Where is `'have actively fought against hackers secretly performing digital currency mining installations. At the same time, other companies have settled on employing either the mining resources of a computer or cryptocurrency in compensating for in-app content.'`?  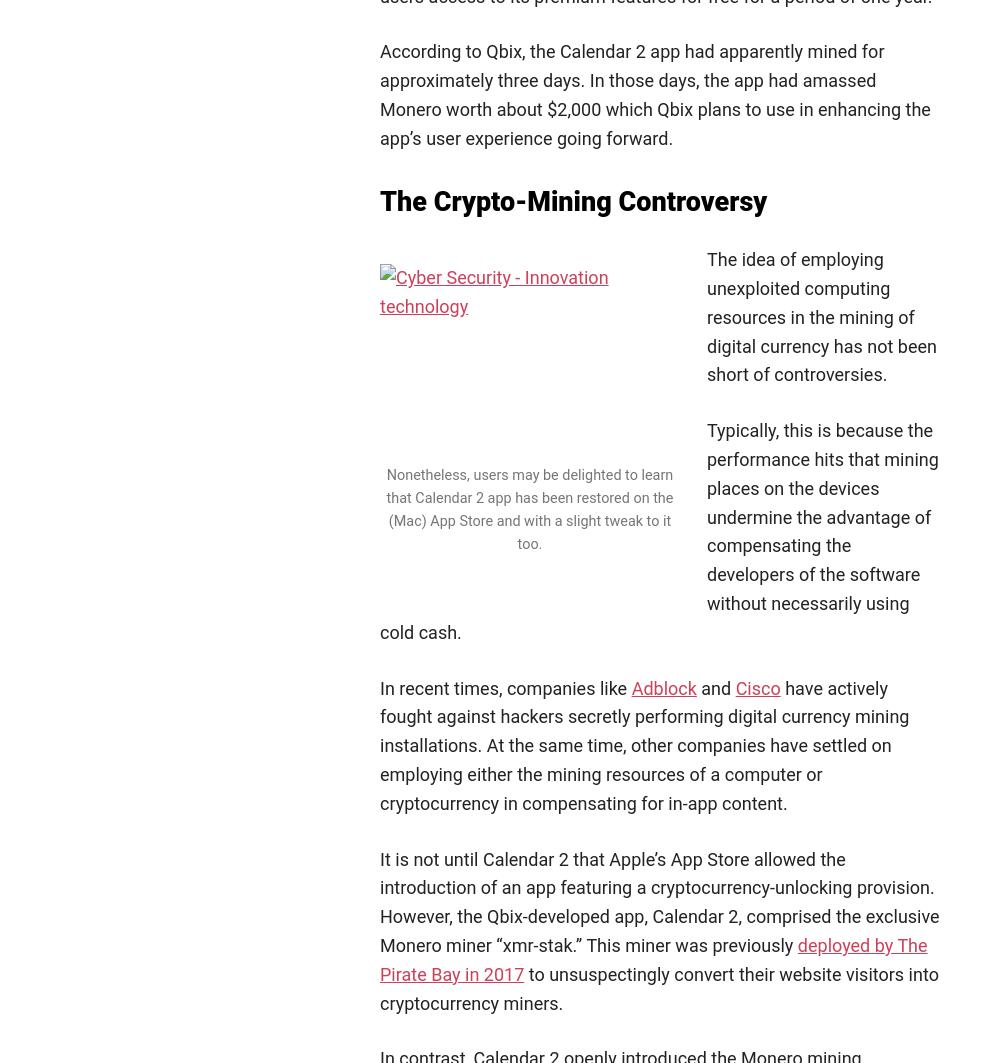 'have actively fought against hackers secretly performing digital currency mining installations. At the same time, other companies have settled on employing either the mining resources of a computer or cryptocurrency in compensating for in-app content.' is located at coordinates (644, 743).